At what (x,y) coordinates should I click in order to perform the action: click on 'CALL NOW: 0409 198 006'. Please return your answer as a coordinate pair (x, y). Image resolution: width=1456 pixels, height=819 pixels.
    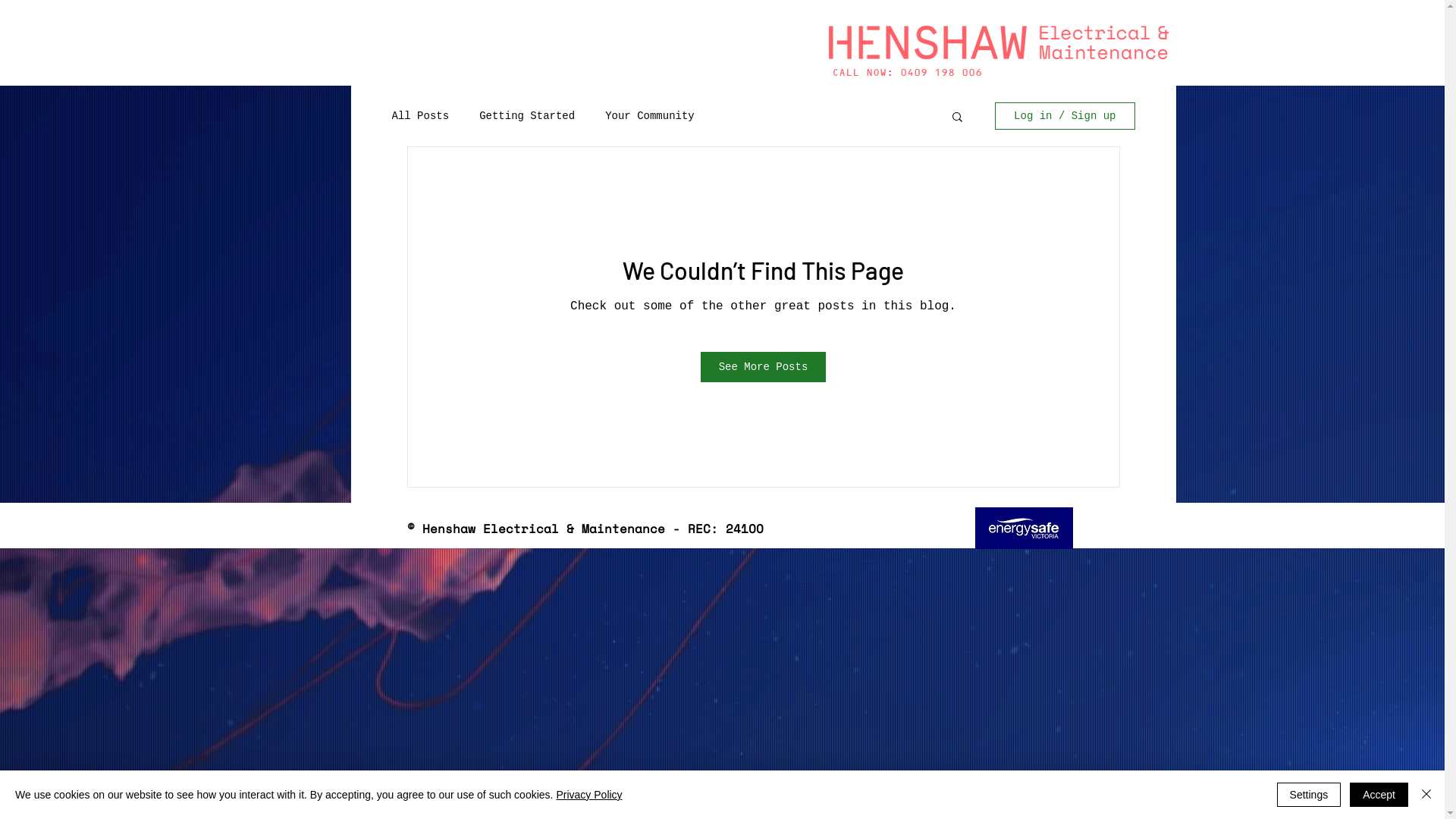
    Looking at the image, I should click on (906, 73).